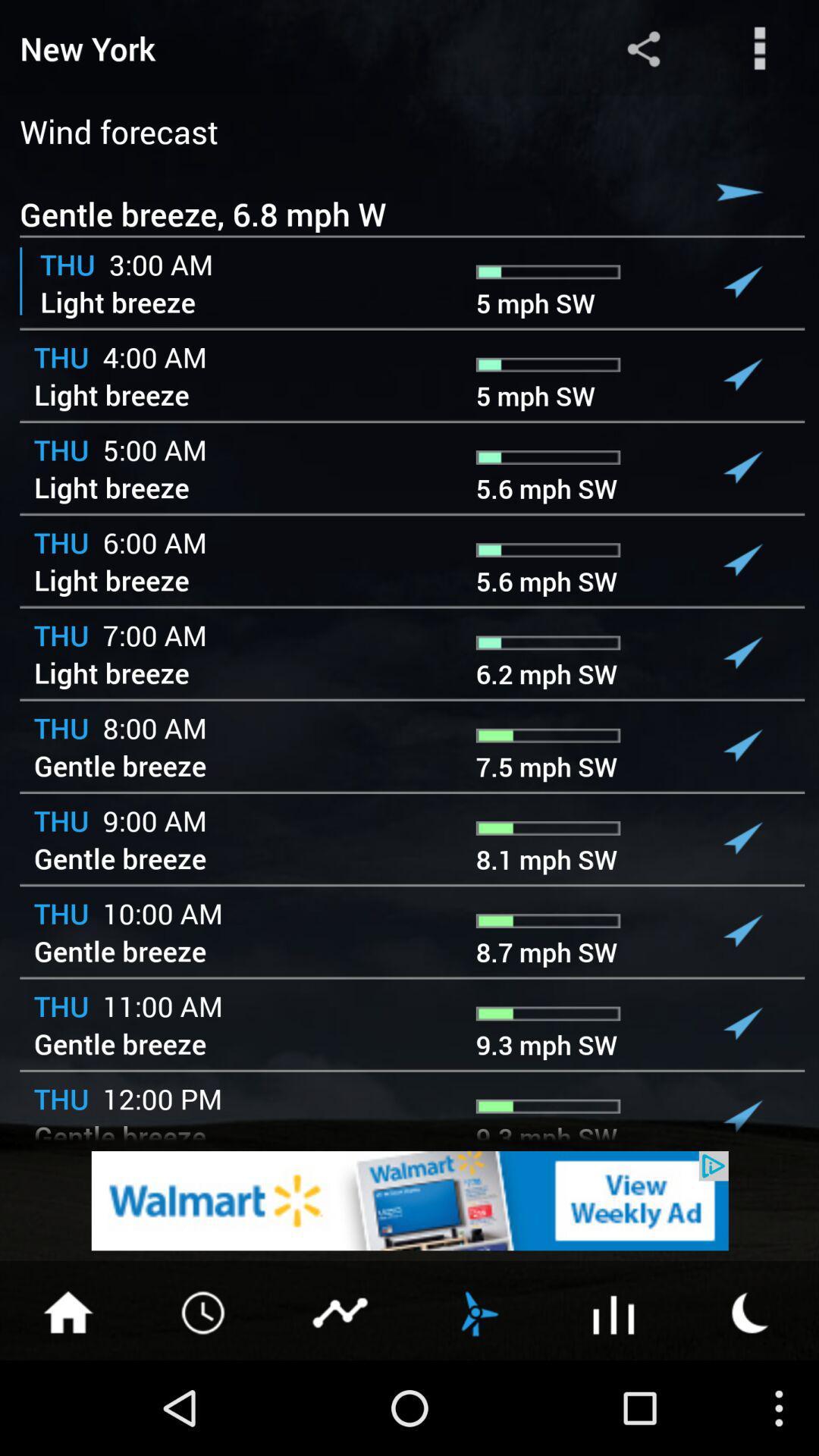  Describe the element at coordinates (205, 1310) in the screenshot. I see `time` at that location.